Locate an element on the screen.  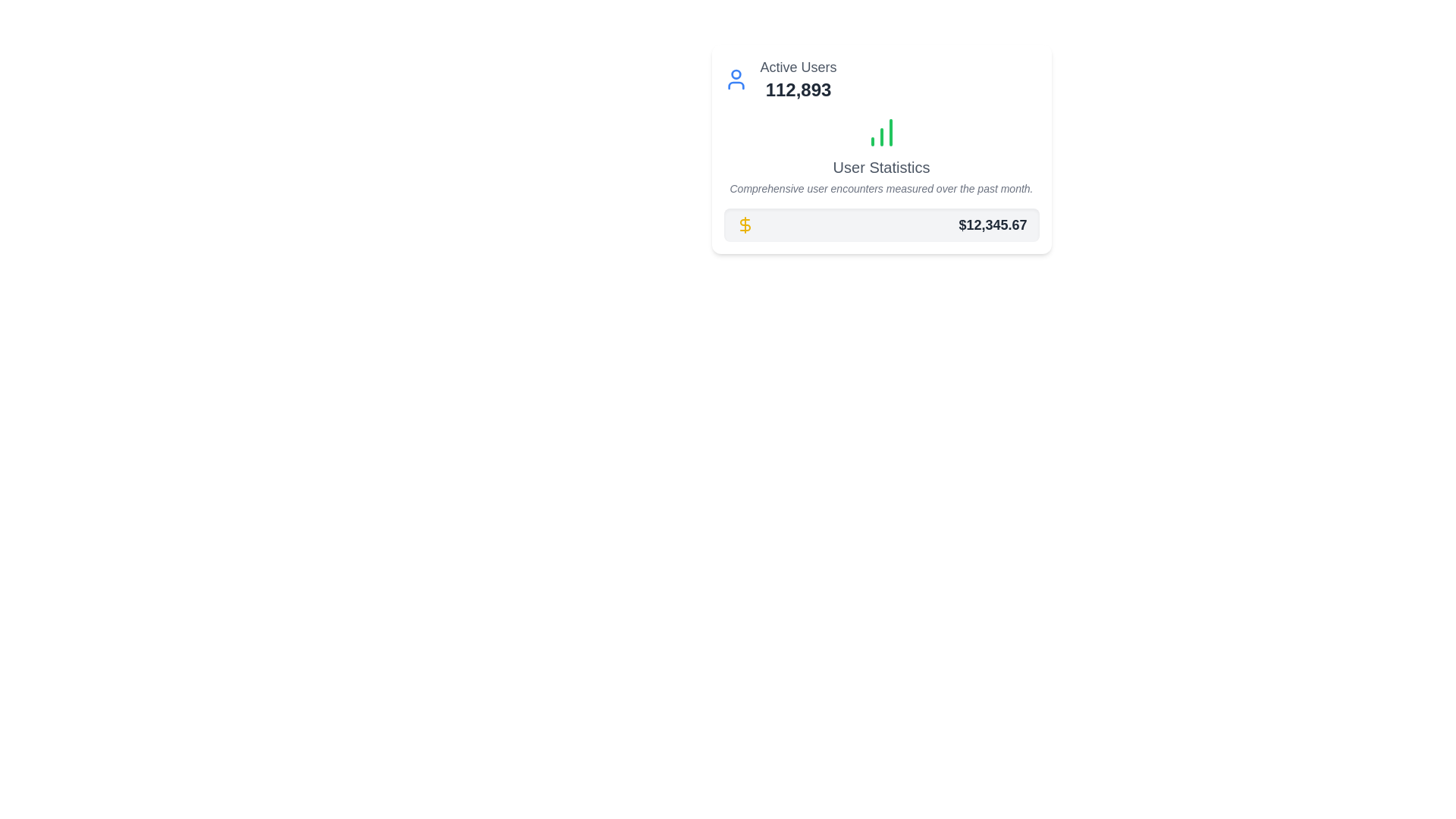
the small circle representing the head in the user profile SVG icon located near the top left corner of the statistics card is located at coordinates (736, 74).